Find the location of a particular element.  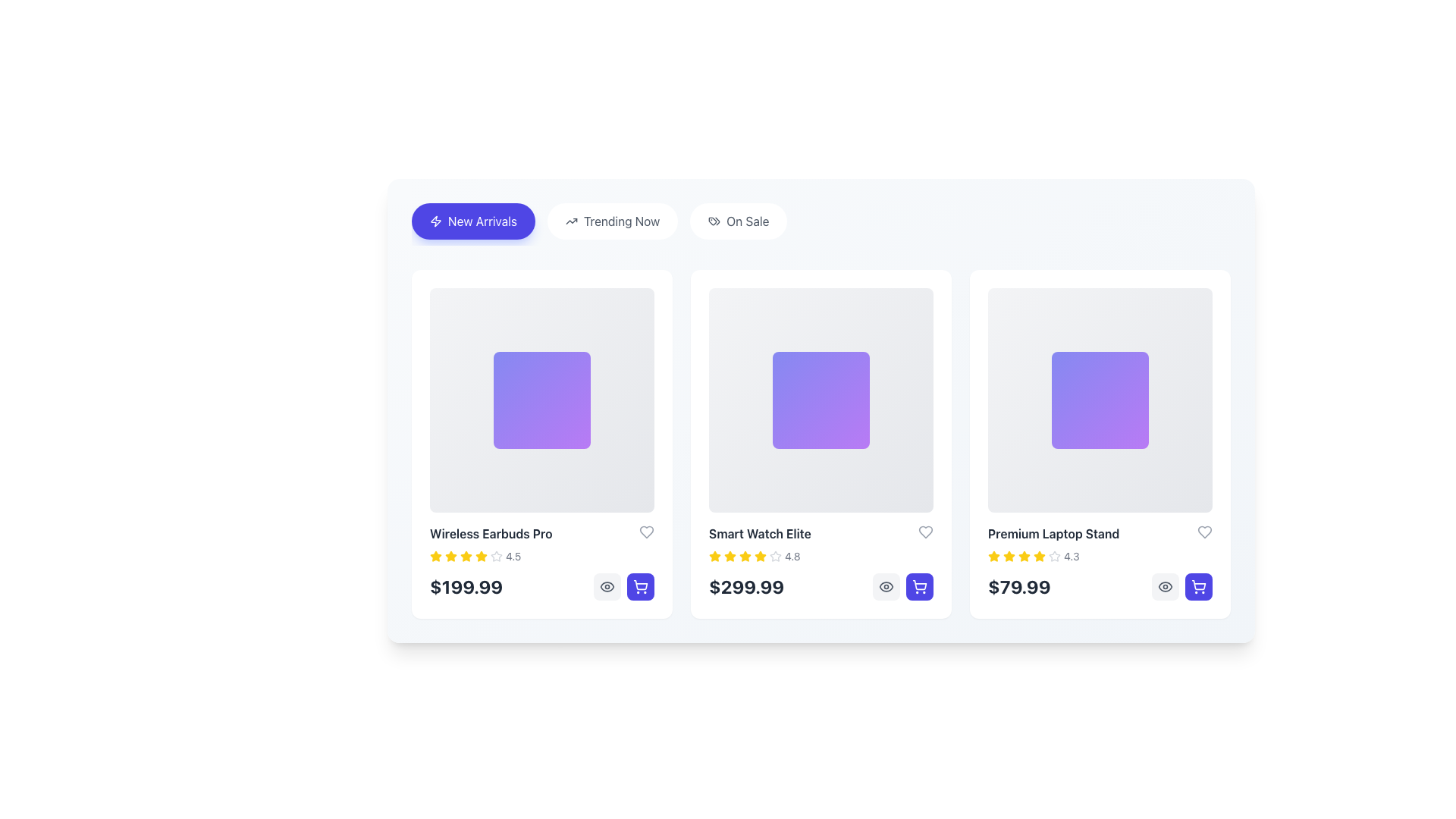

the rounded square-shaped button with a gray background and an eye icon inside it, located in the second product card for keyboard navigation is located at coordinates (886, 586).